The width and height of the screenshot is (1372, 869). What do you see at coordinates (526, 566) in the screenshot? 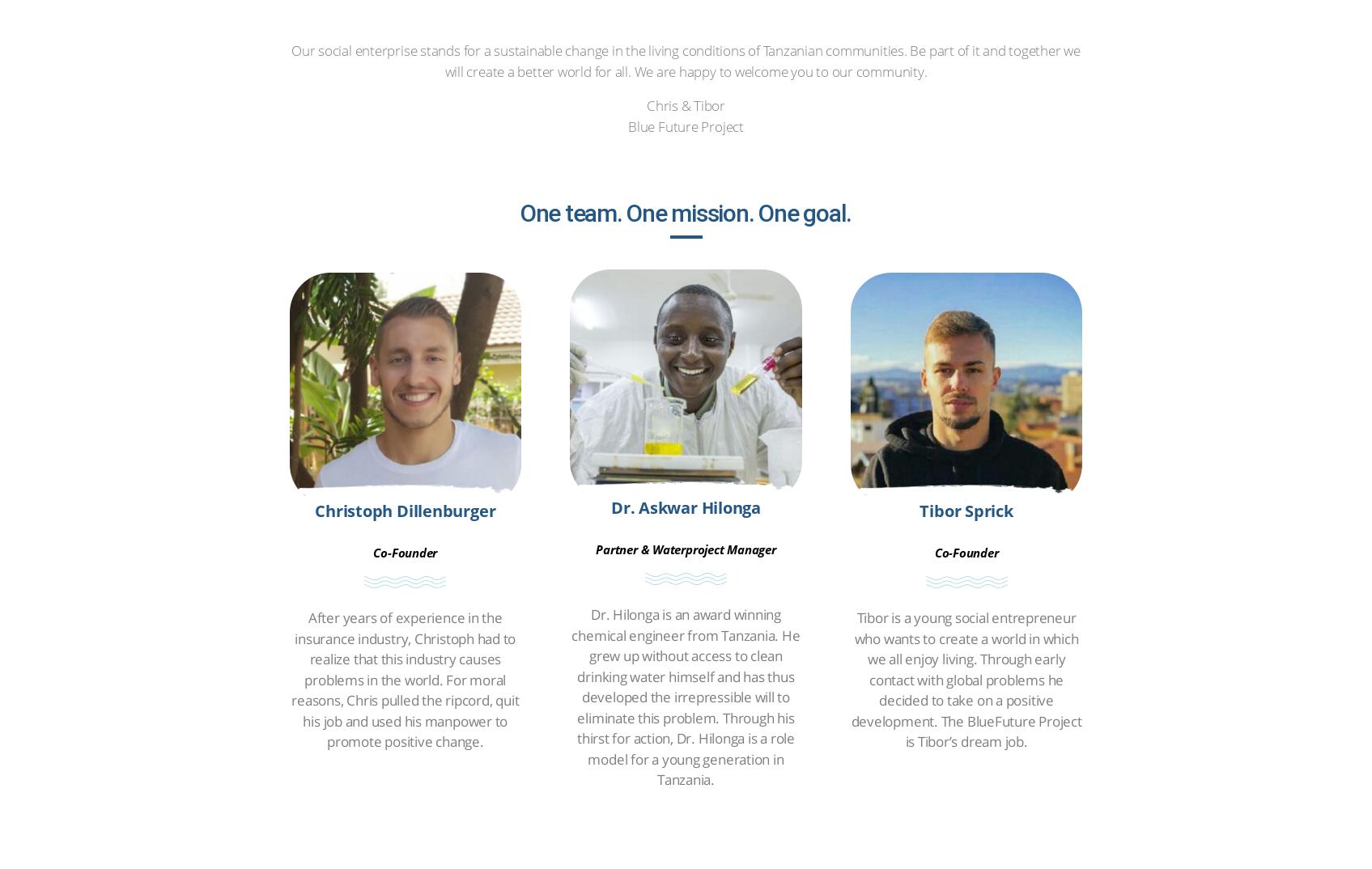
I see `'Imprint'` at bounding box center [526, 566].